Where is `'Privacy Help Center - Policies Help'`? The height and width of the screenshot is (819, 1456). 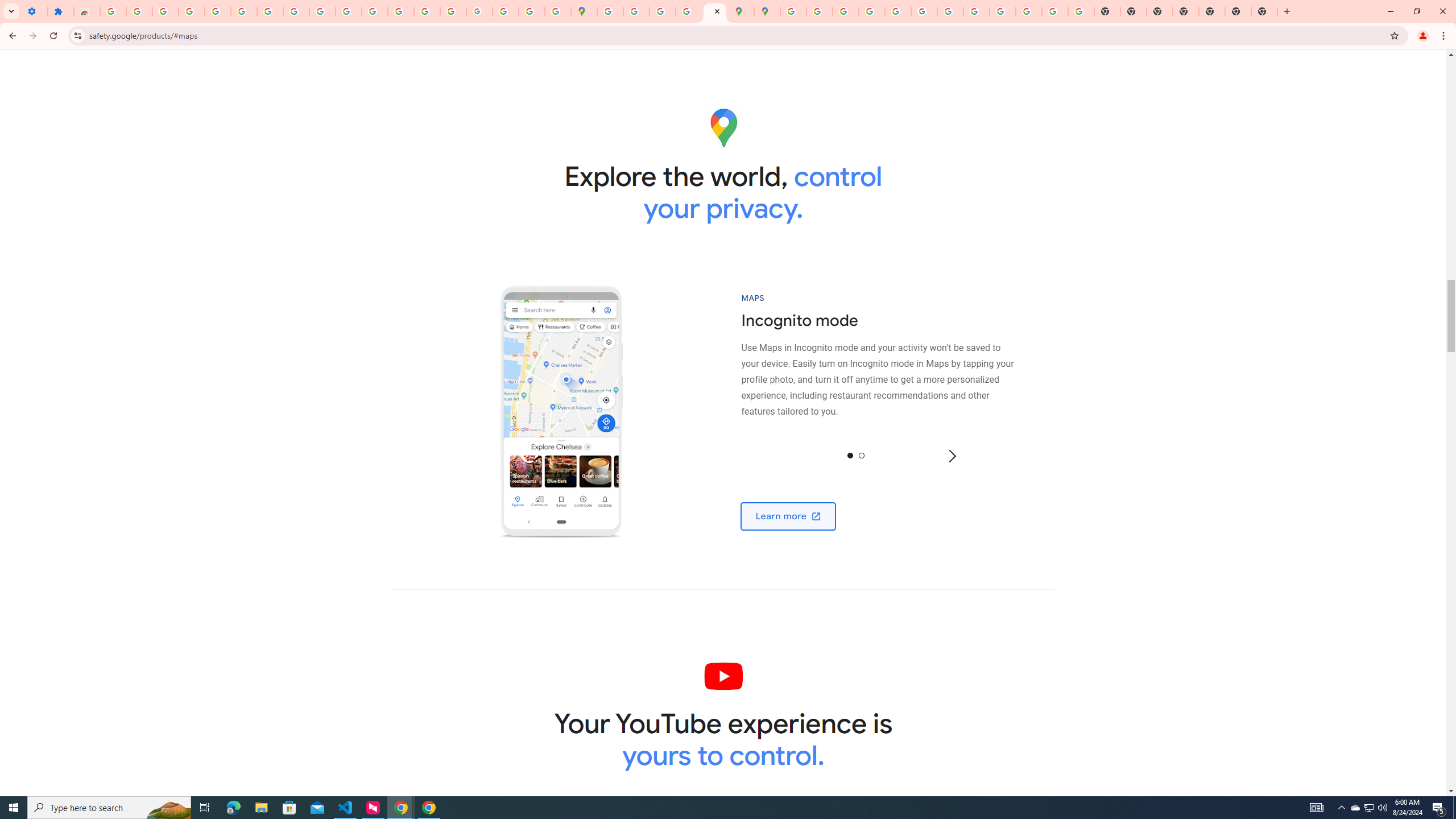
'Privacy Help Center - Policies Help' is located at coordinates (845, 11).